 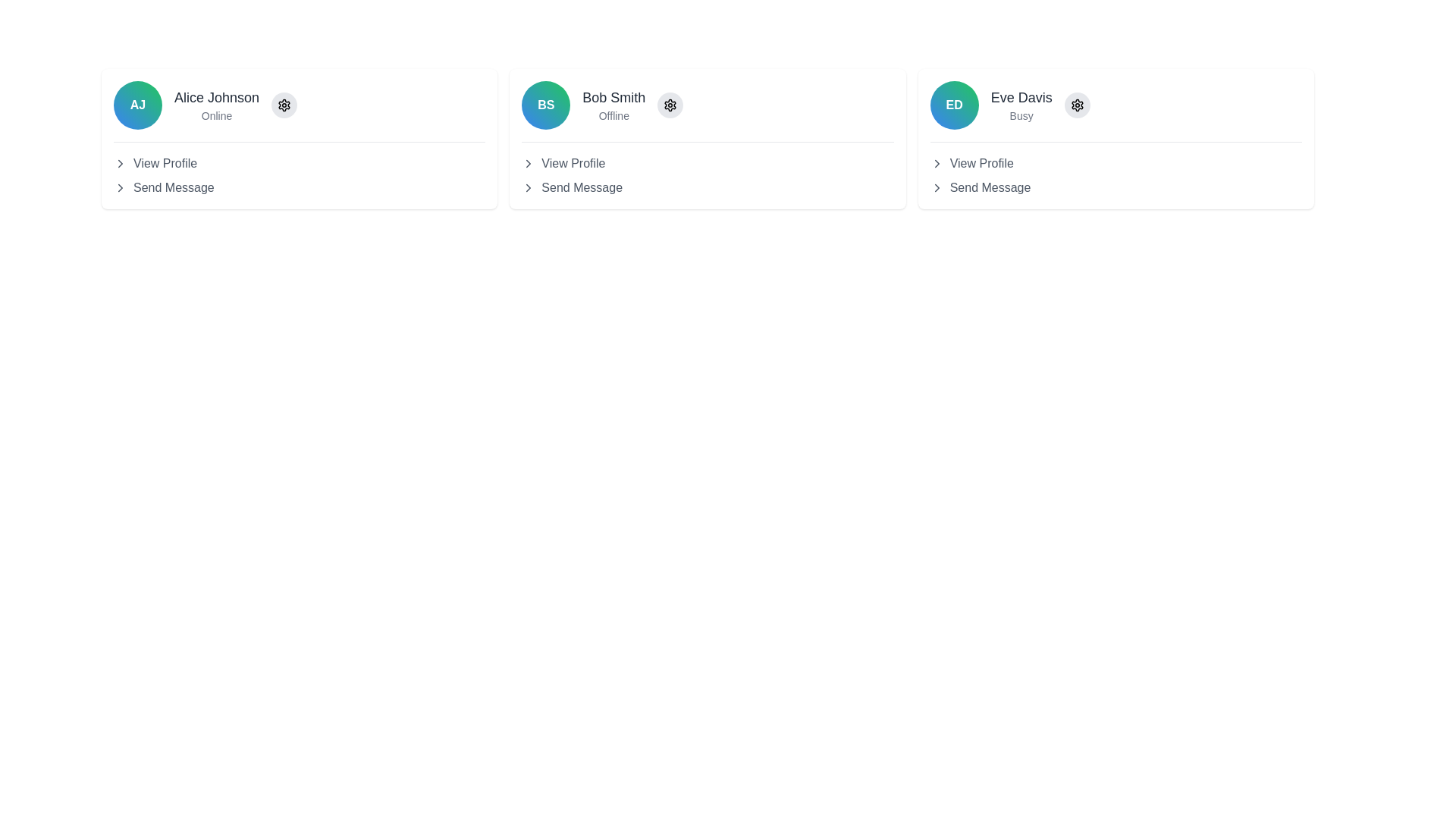 I want to click on the right-pointing chevron icon located to the left of the 'View Profile' text in the 'Eve Davis' user card, so click(x=936, y=164).